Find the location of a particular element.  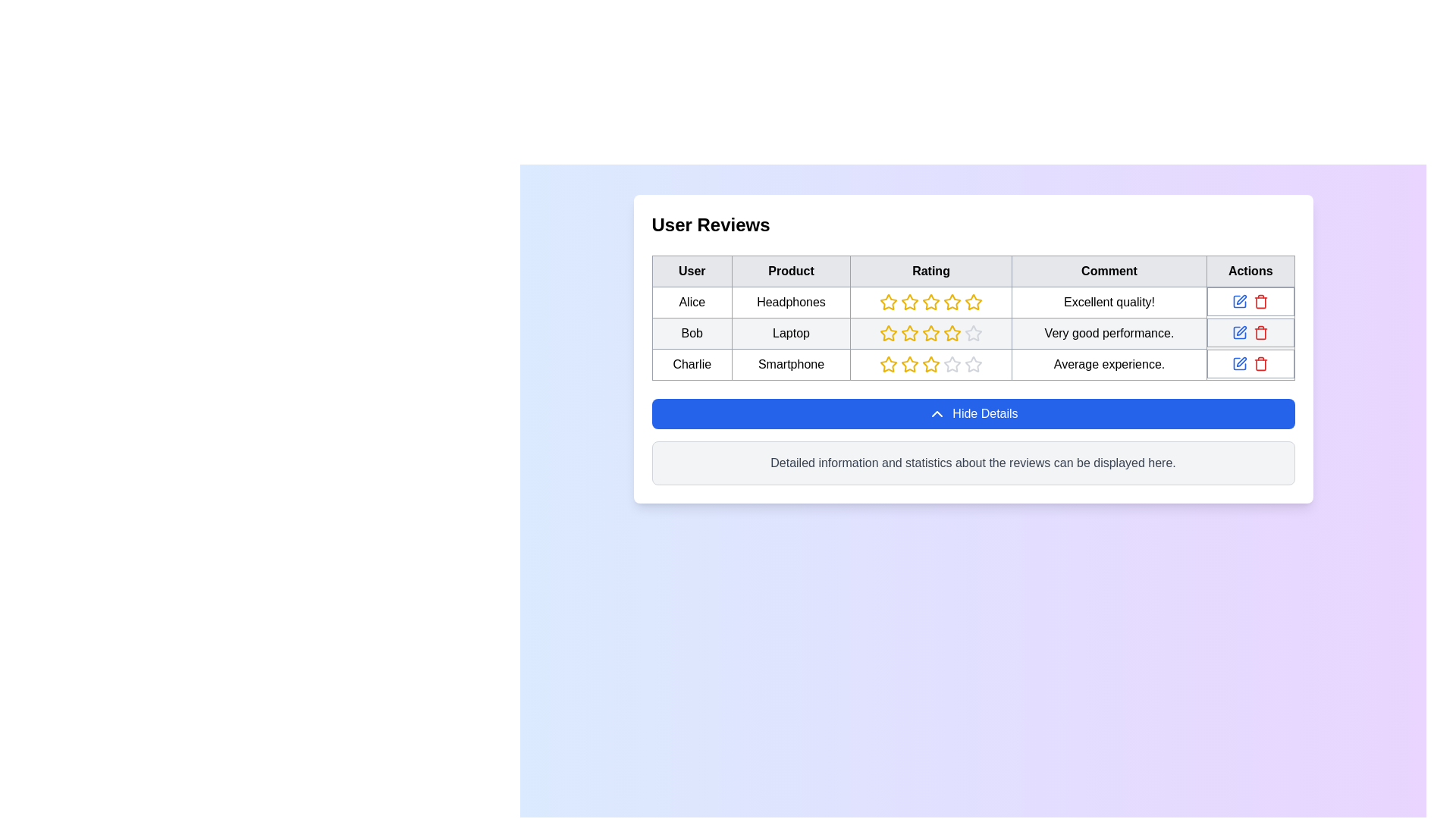

the red trash bin icon is located at coordinates (1250, 331).